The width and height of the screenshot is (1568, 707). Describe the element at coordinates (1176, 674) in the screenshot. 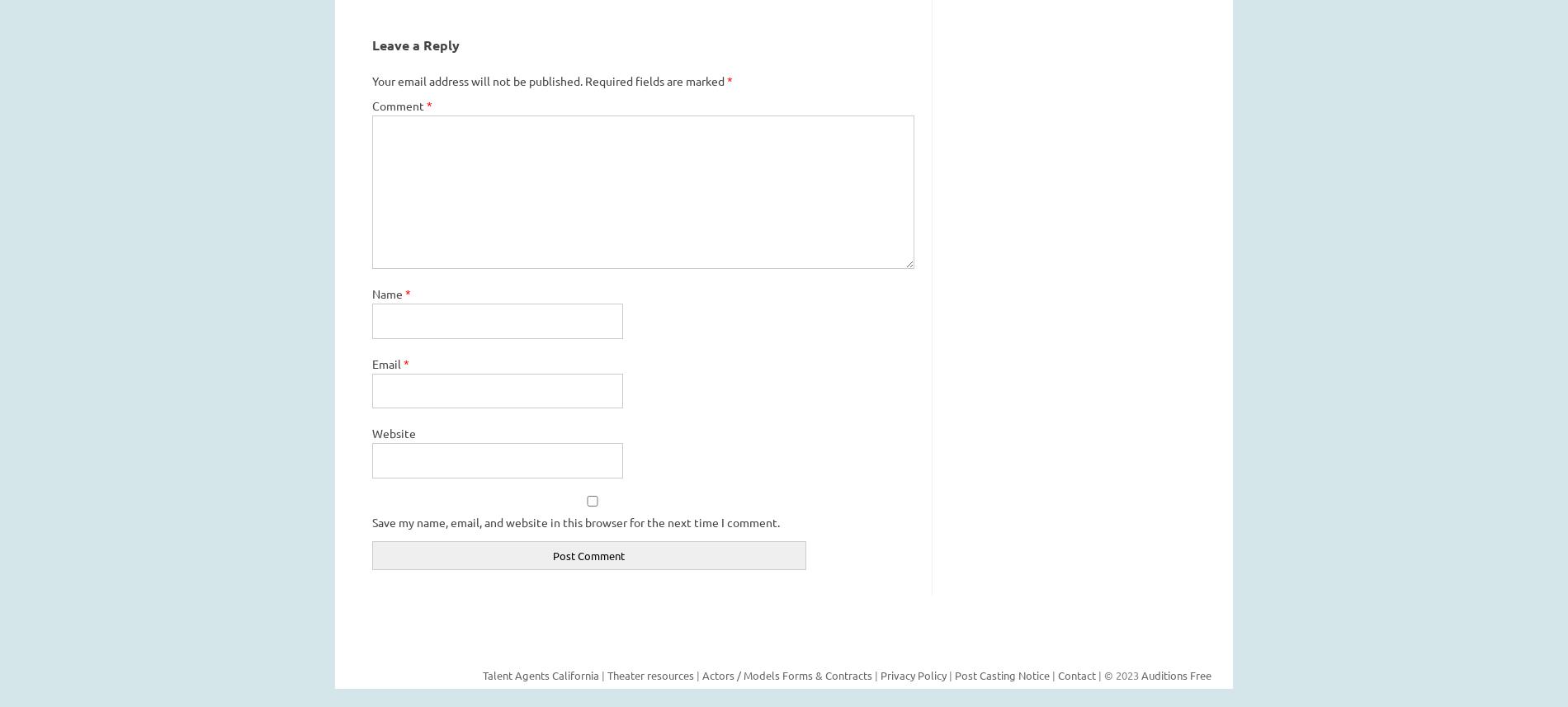

I see `'Auditions Free'` at that location.